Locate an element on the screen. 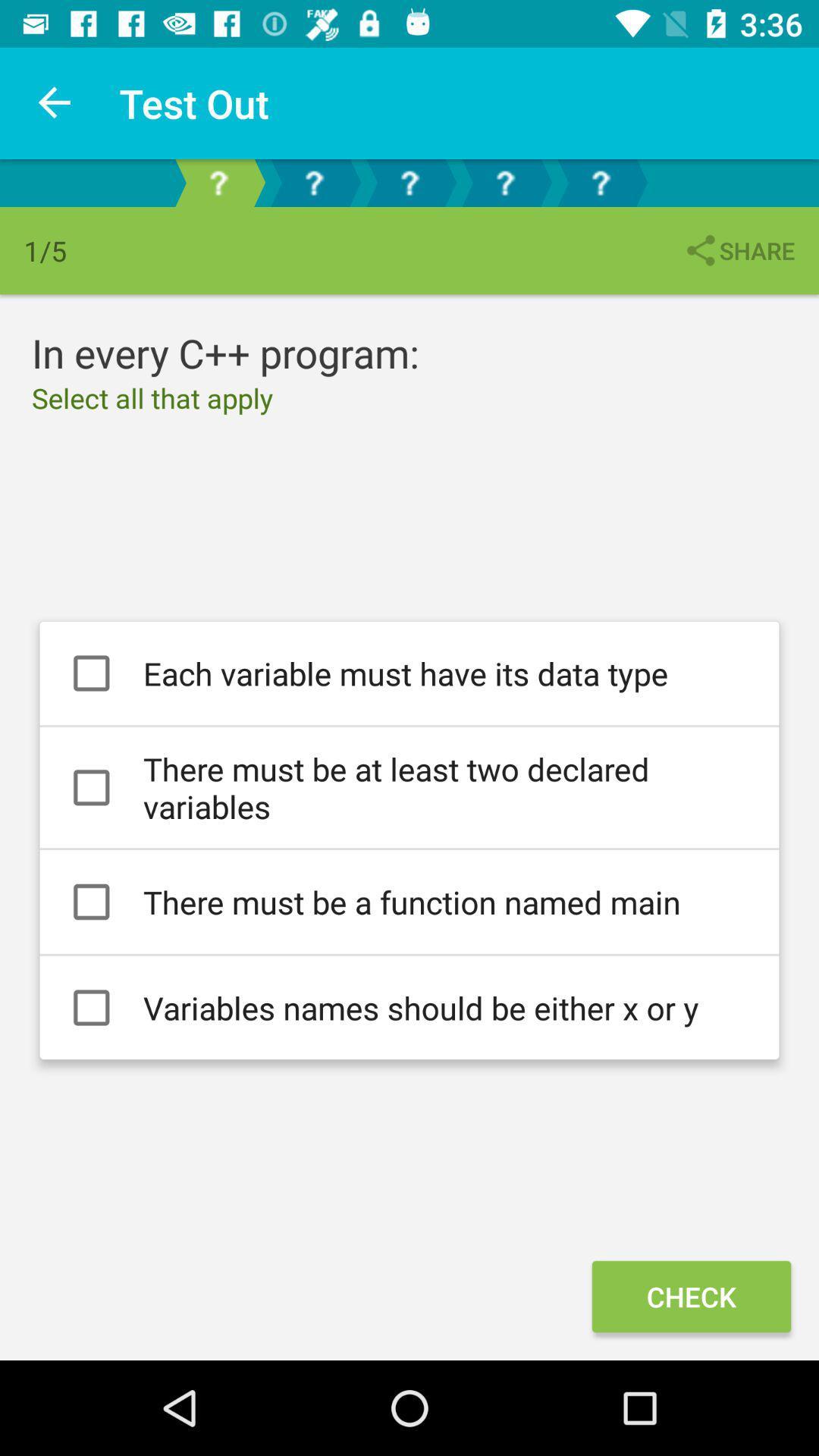  the right most question mark is located at coordinates (599, 182).